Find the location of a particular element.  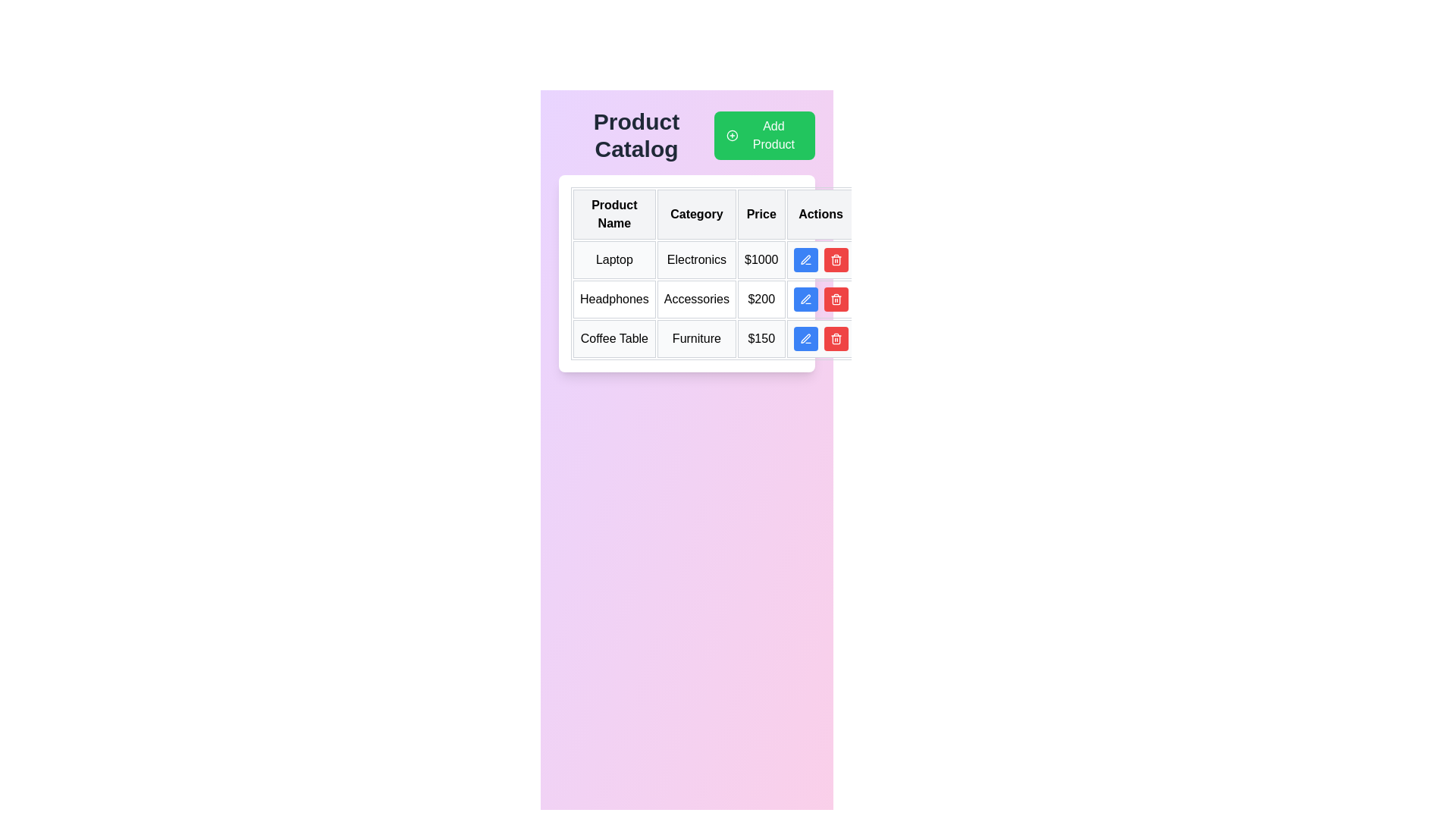

the red rectangular button with rounded corners and a white trash bin icon is located at coordinates (835, 299).